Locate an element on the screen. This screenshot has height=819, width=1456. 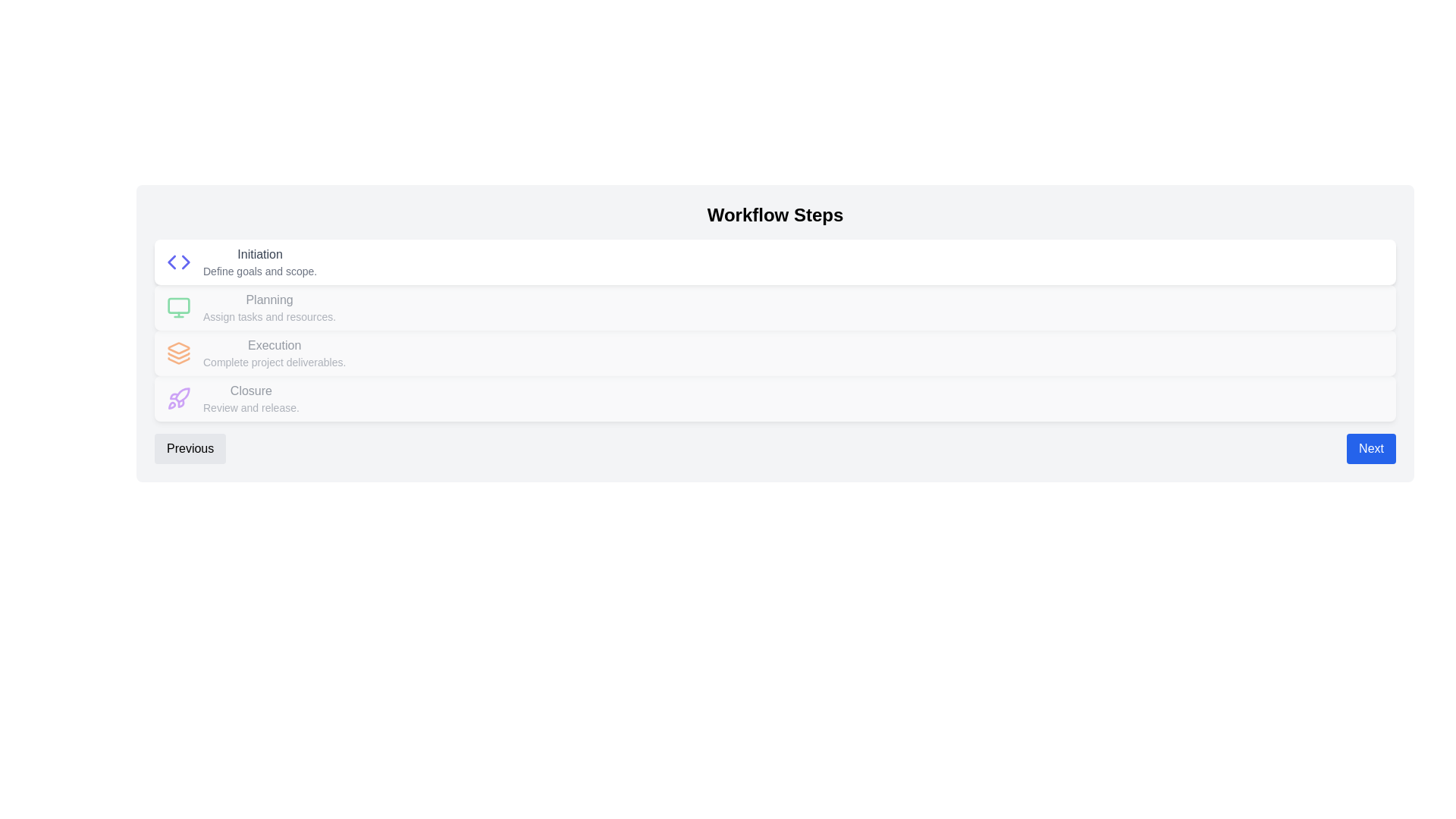
the third item in the vertically aligned list of steps is located at coordinates (775, 353).